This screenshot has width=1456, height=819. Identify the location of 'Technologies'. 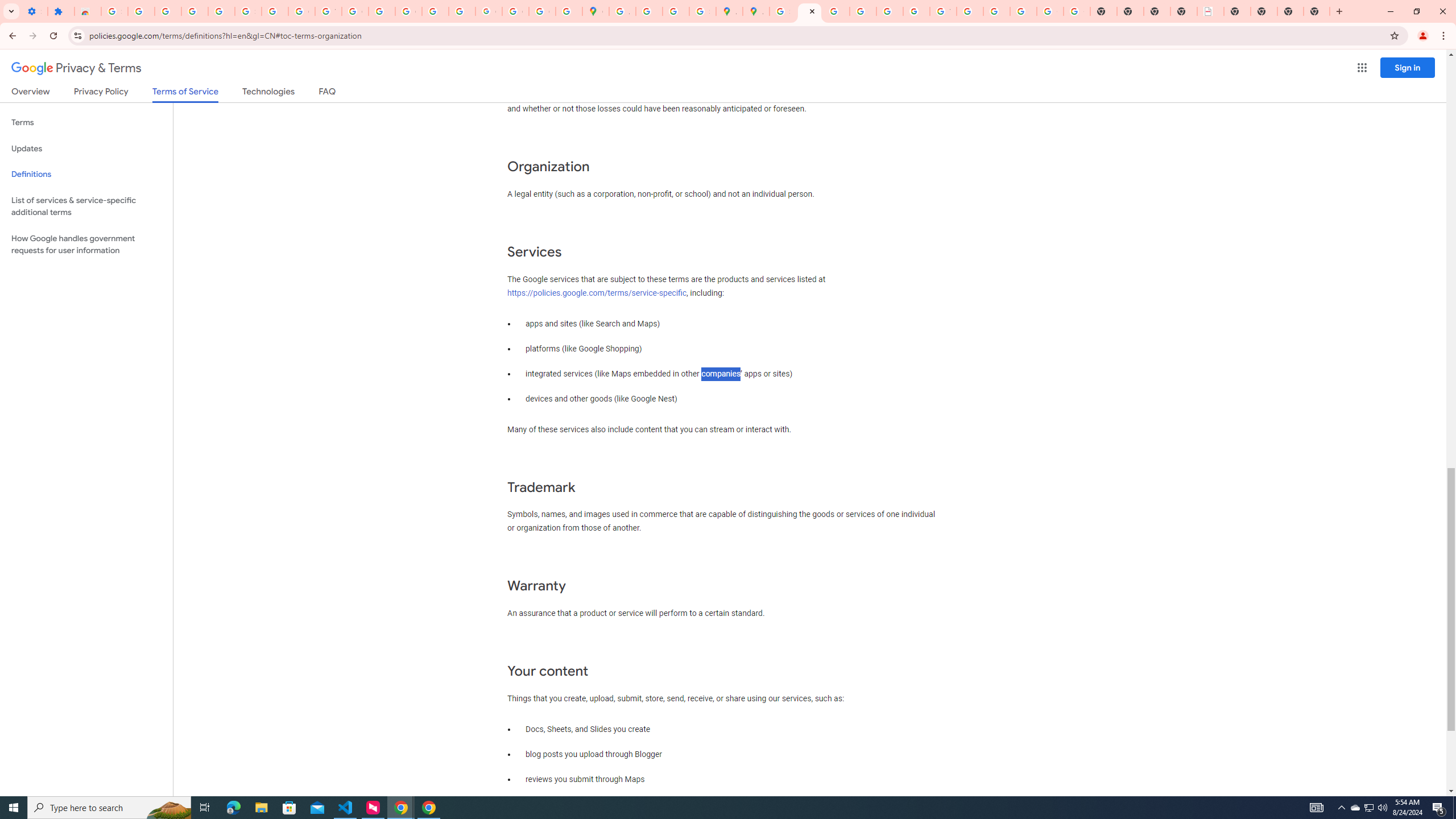
(268, 93).